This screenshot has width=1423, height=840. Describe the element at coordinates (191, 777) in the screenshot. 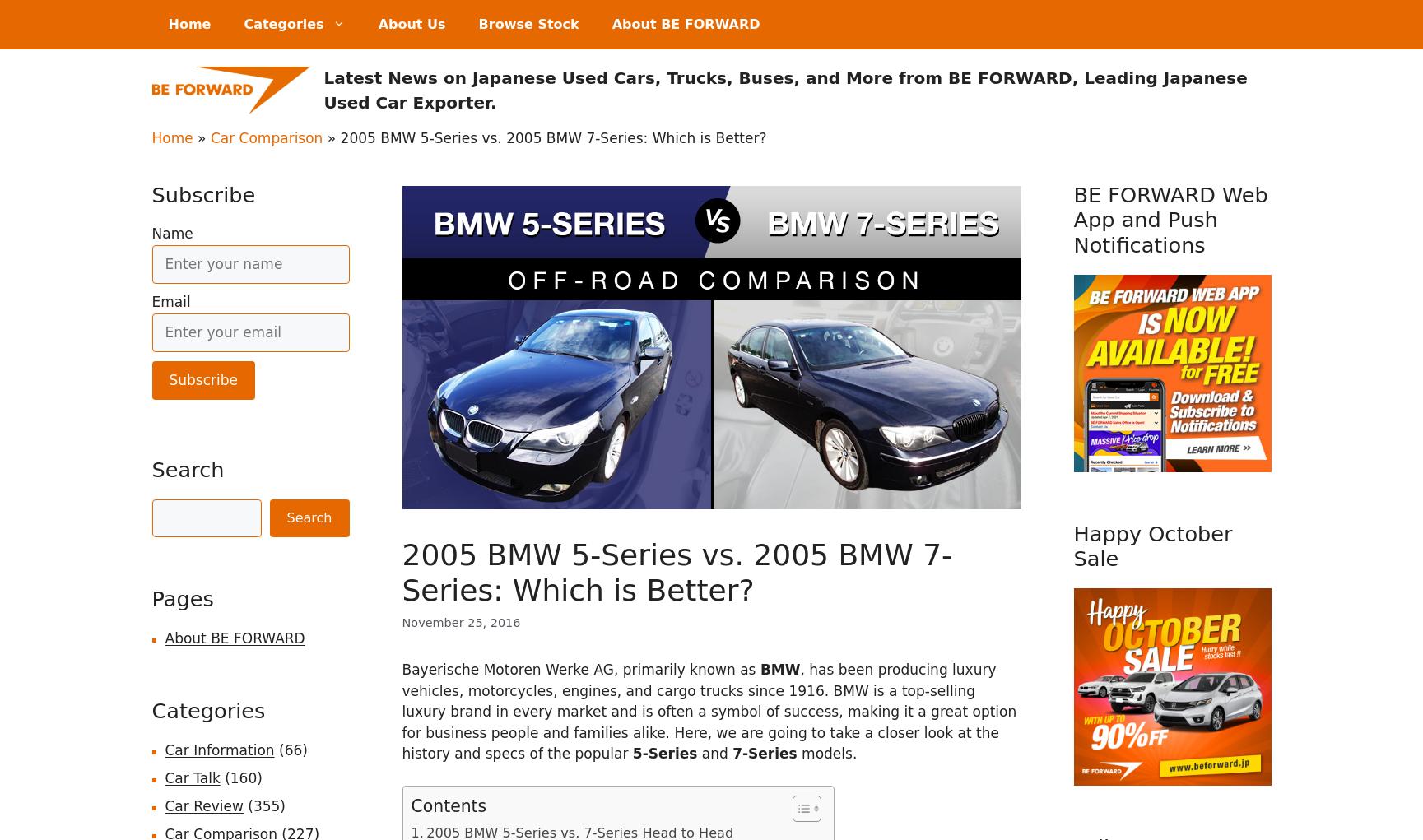

I see `'Car Talk'` at that location.